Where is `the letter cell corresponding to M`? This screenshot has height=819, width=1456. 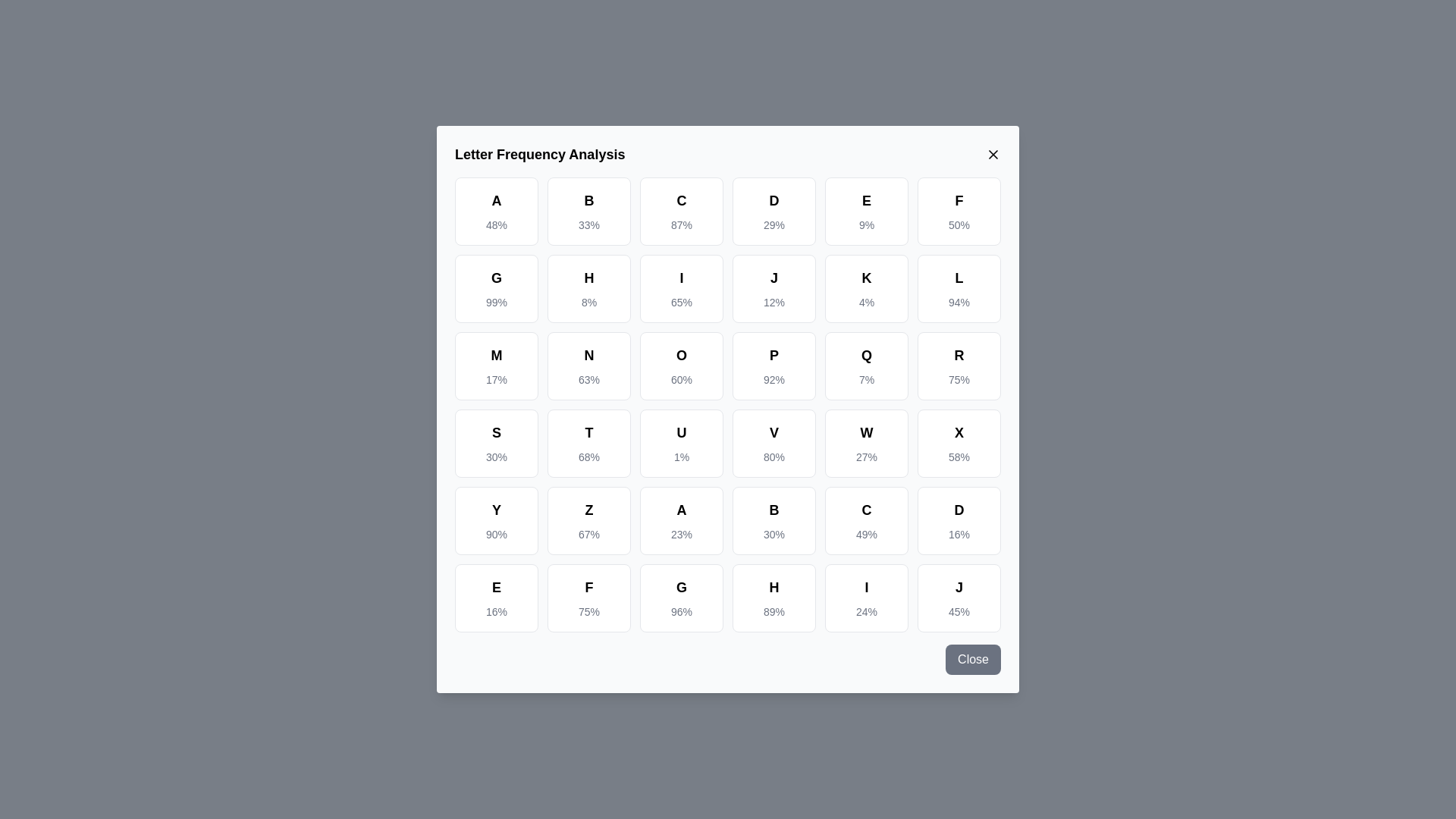 the letter cell corresponding to M is located at coordinates (496, 366).